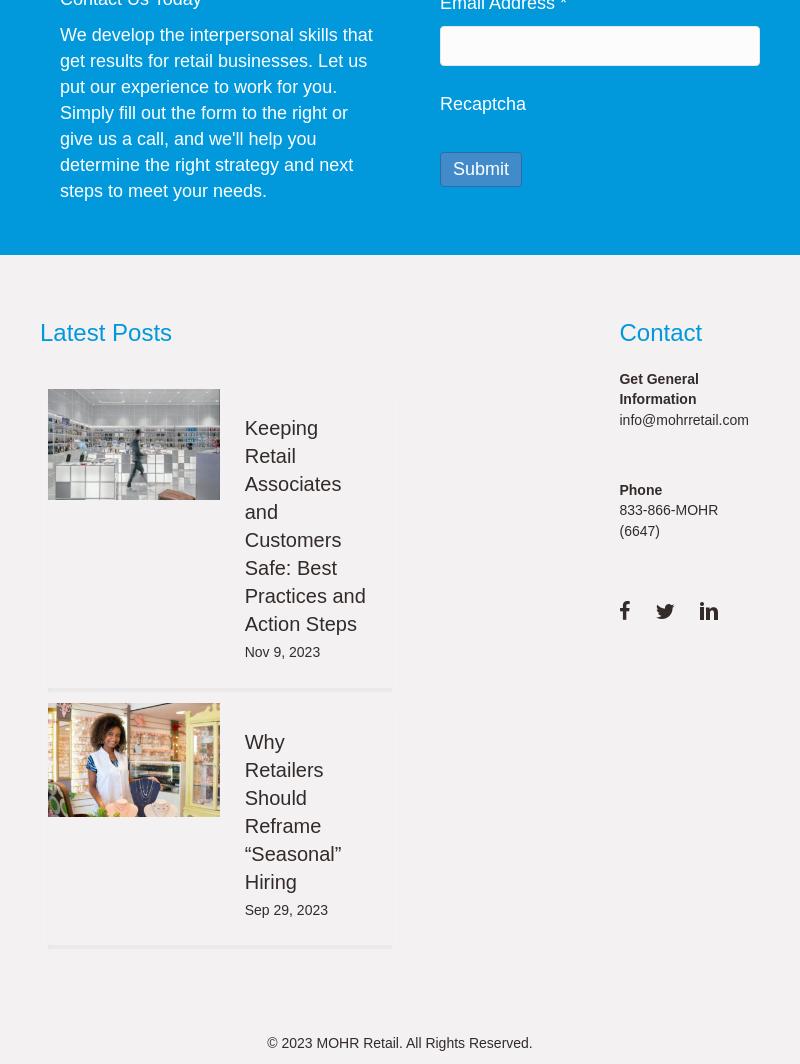  I want to click on 'Get General Information', so click(657, 388).